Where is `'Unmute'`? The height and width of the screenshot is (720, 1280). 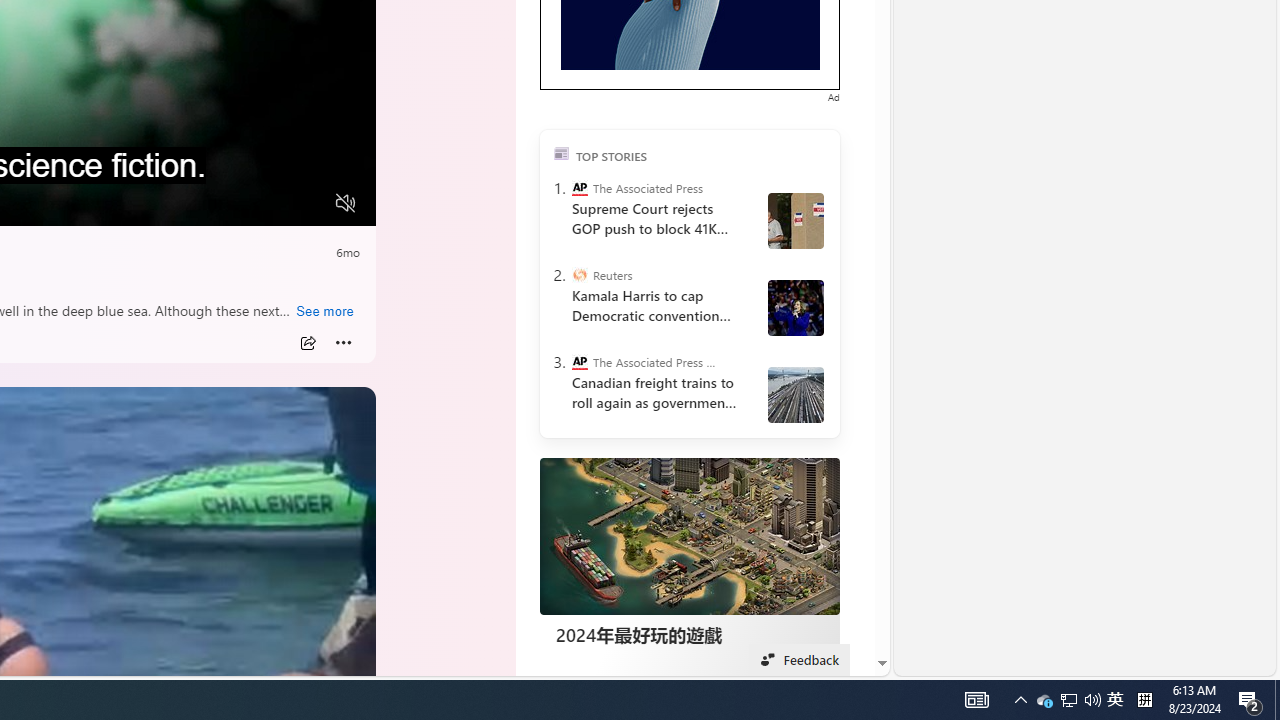
'Unmute' is located at coordinates (346, 203).